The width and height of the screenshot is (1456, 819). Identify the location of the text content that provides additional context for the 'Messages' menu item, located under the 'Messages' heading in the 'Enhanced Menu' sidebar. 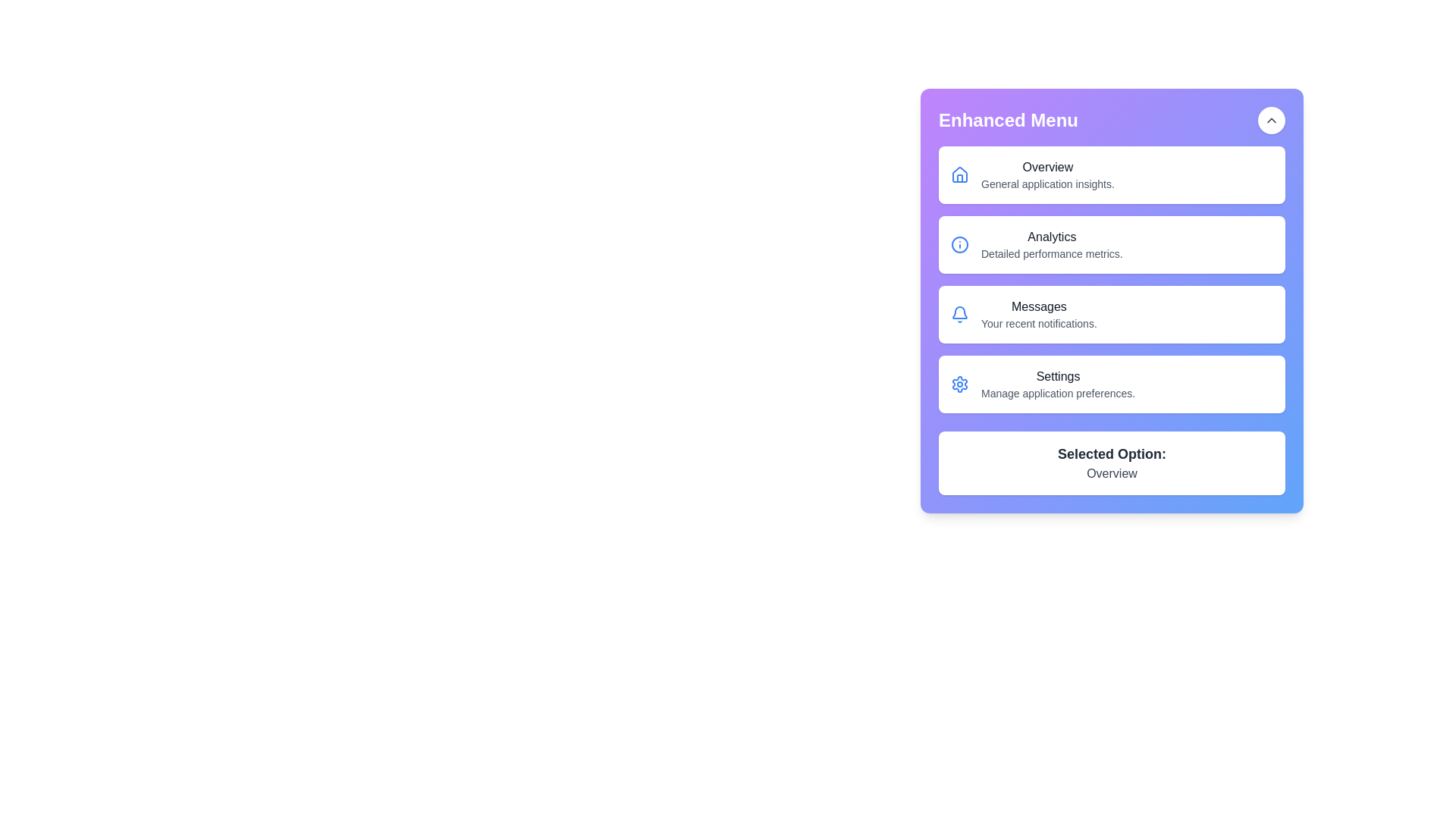
(1038, 323).